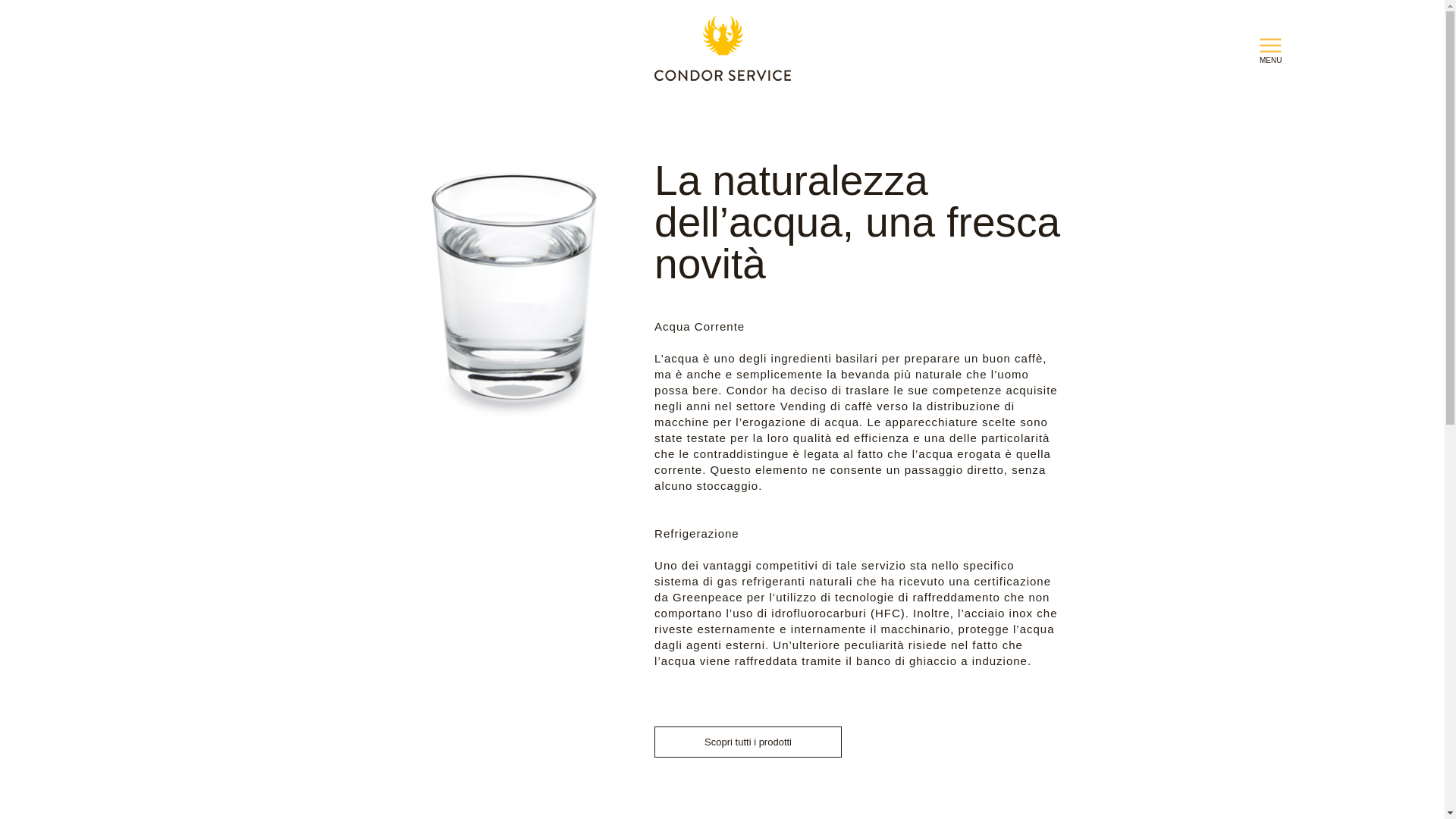 This screenshot has width=1456, height=819. Describe the element at coordinates (1256, 52) in the screenshot. I see `'MENU'` at that location.